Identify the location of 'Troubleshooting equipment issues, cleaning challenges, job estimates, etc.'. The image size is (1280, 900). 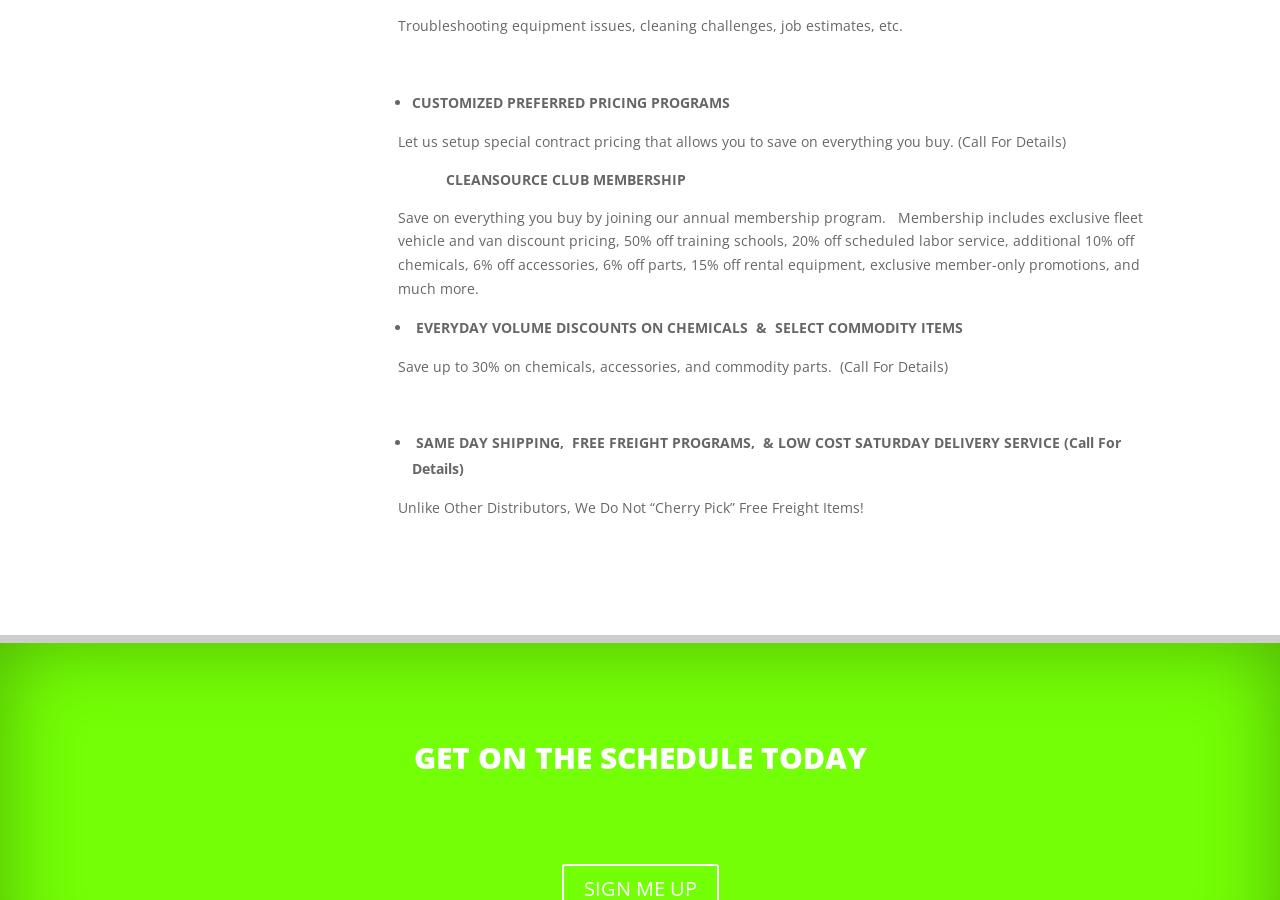
(650, 24).